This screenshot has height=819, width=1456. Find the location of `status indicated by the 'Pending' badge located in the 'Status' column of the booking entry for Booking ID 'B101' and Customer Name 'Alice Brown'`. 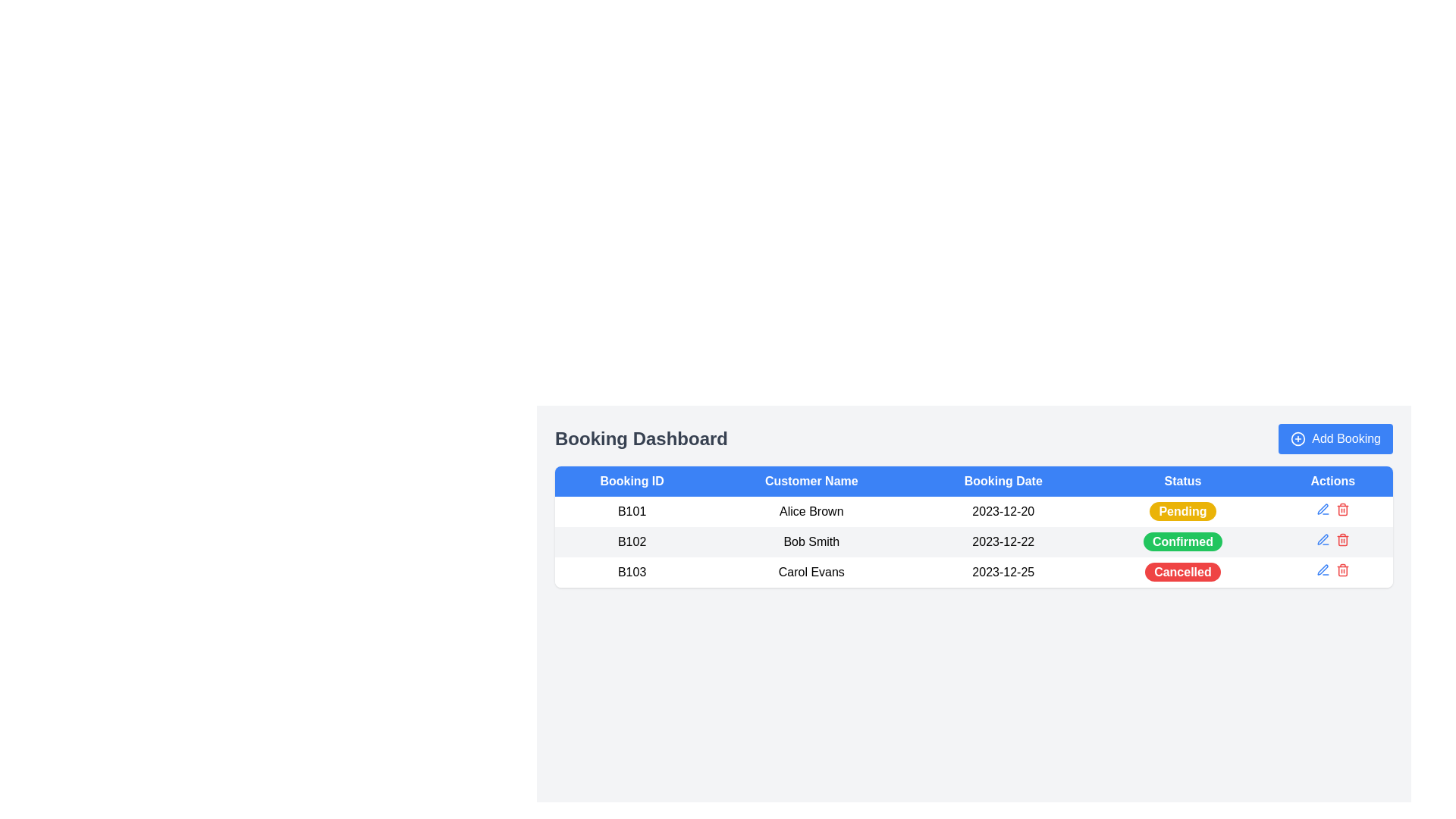

status indicated by the 'Pending' badge located in the 'Status' column of the booking entry for Booking ID 'B101' and Customer Name 'Alice Brown' is located at coordinates (1182, 511).